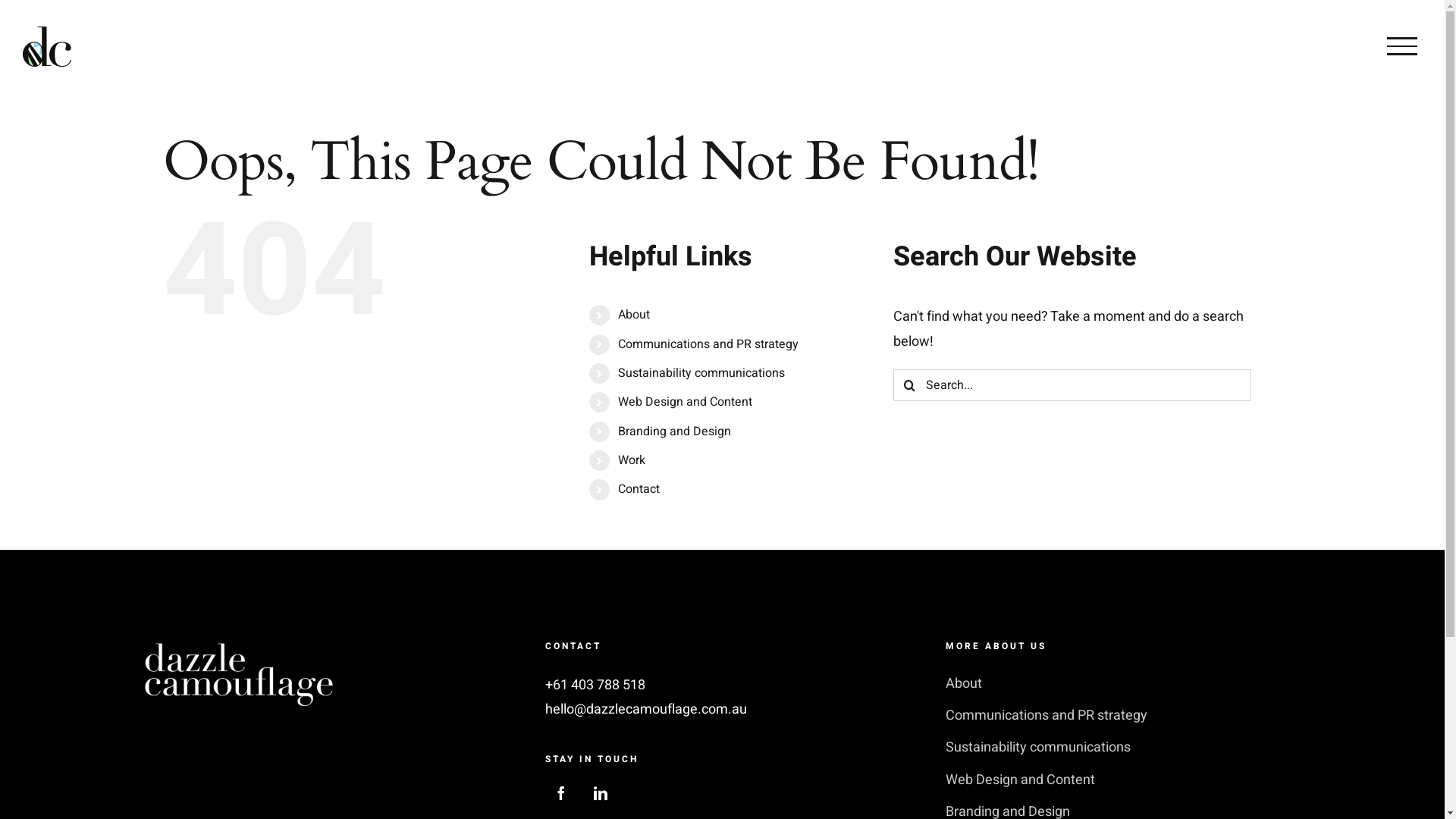  I want to click on 'Communications and PR strategy', so click(1122, 716).